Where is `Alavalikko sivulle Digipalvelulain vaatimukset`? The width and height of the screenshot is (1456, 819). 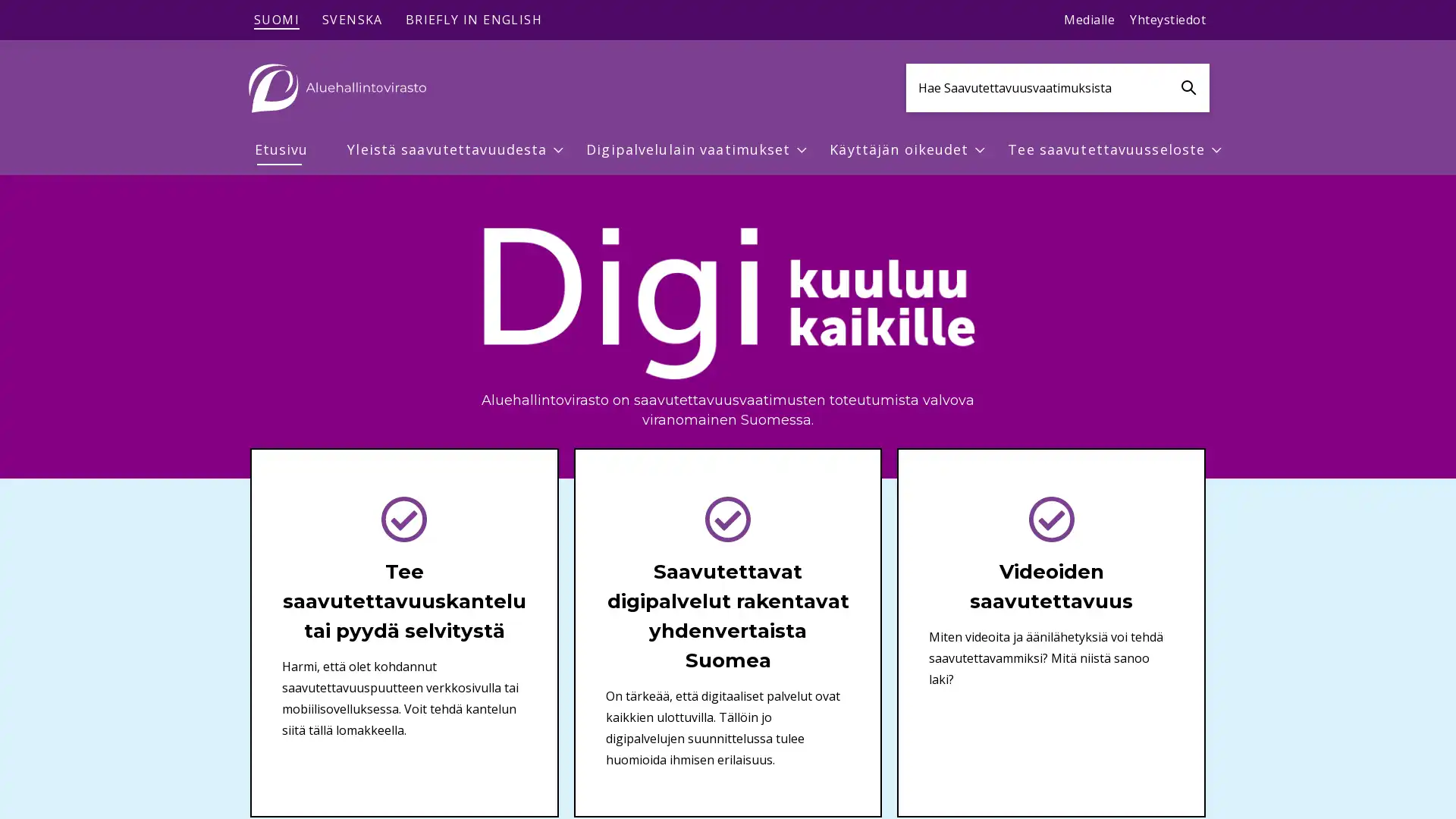
Alavalikko sivulle Digipalvelulain vaatimukset is located at coordinates (801, 149).